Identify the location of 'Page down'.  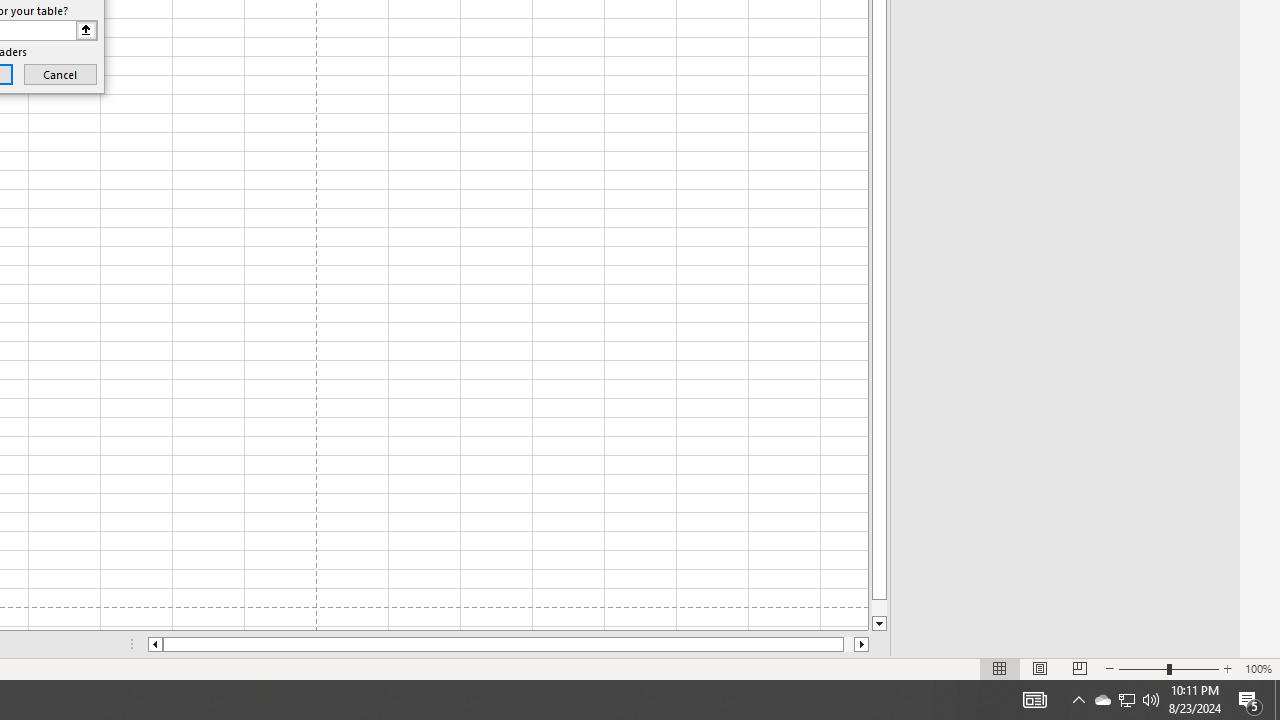
(879, 607).